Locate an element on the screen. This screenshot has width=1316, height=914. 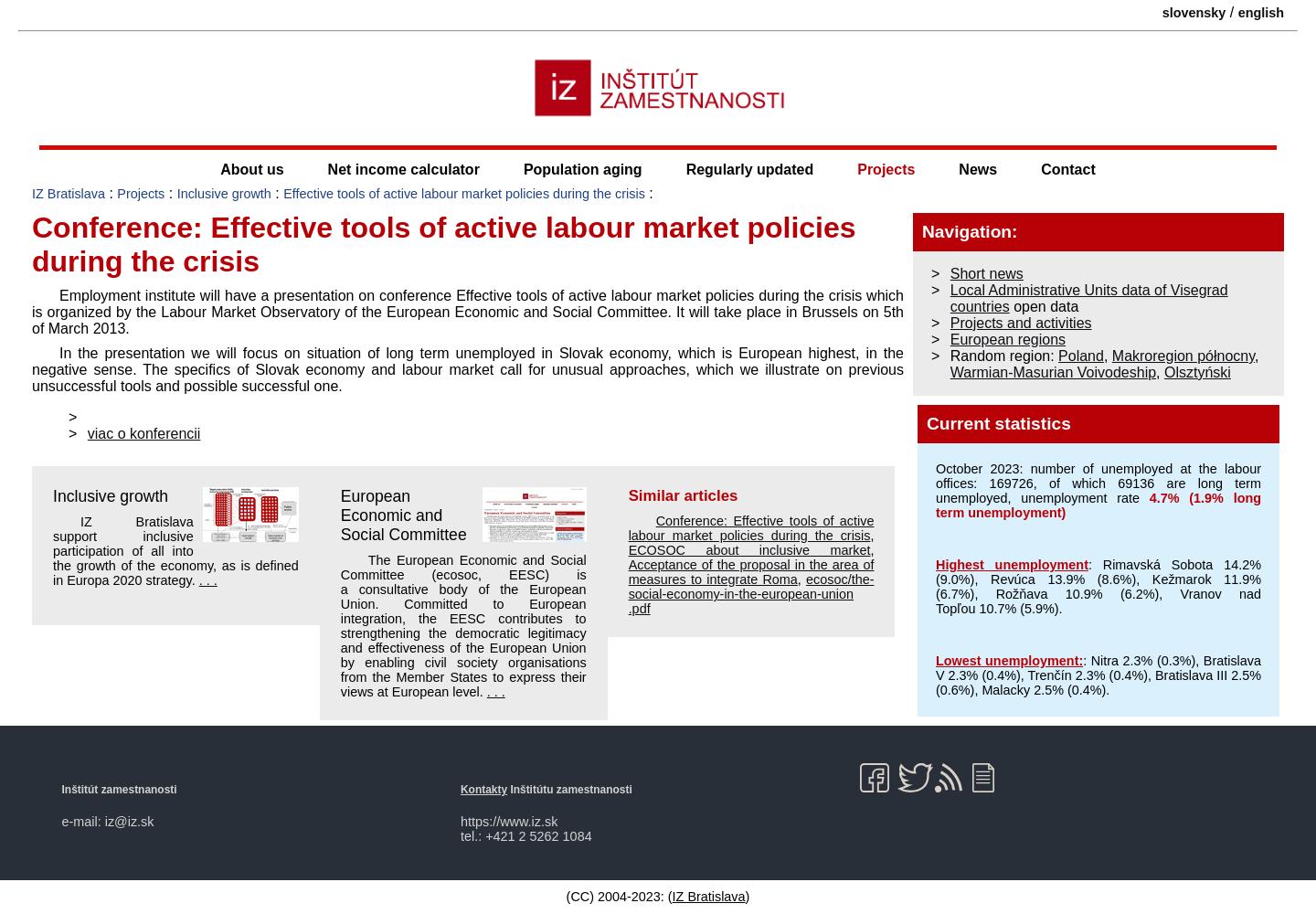
'Current statistics' is located at coordinates (997, 421).